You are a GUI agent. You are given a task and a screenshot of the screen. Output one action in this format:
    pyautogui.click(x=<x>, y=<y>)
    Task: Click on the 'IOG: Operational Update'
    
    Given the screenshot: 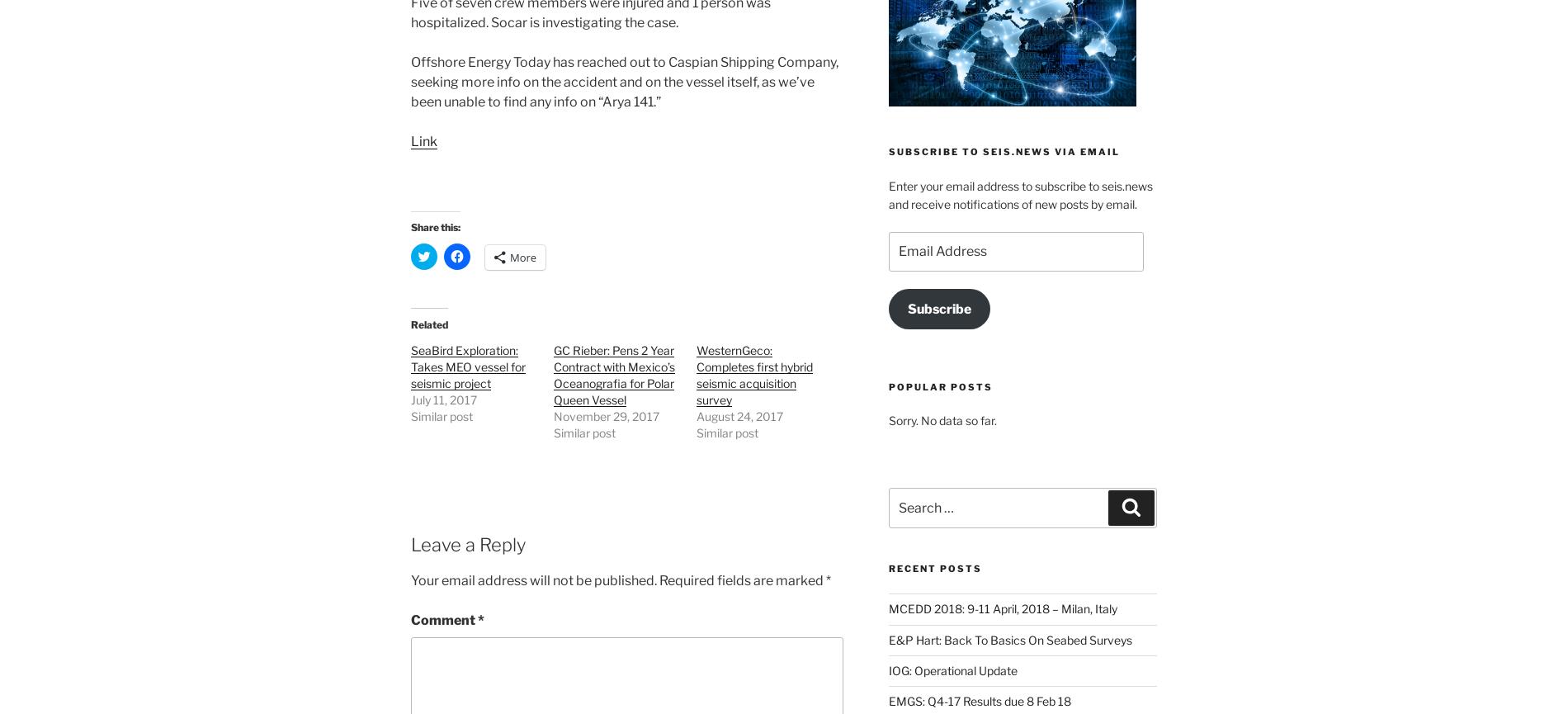 What is the action you would take?
    pyautogui.click(x=952, y=669)
    